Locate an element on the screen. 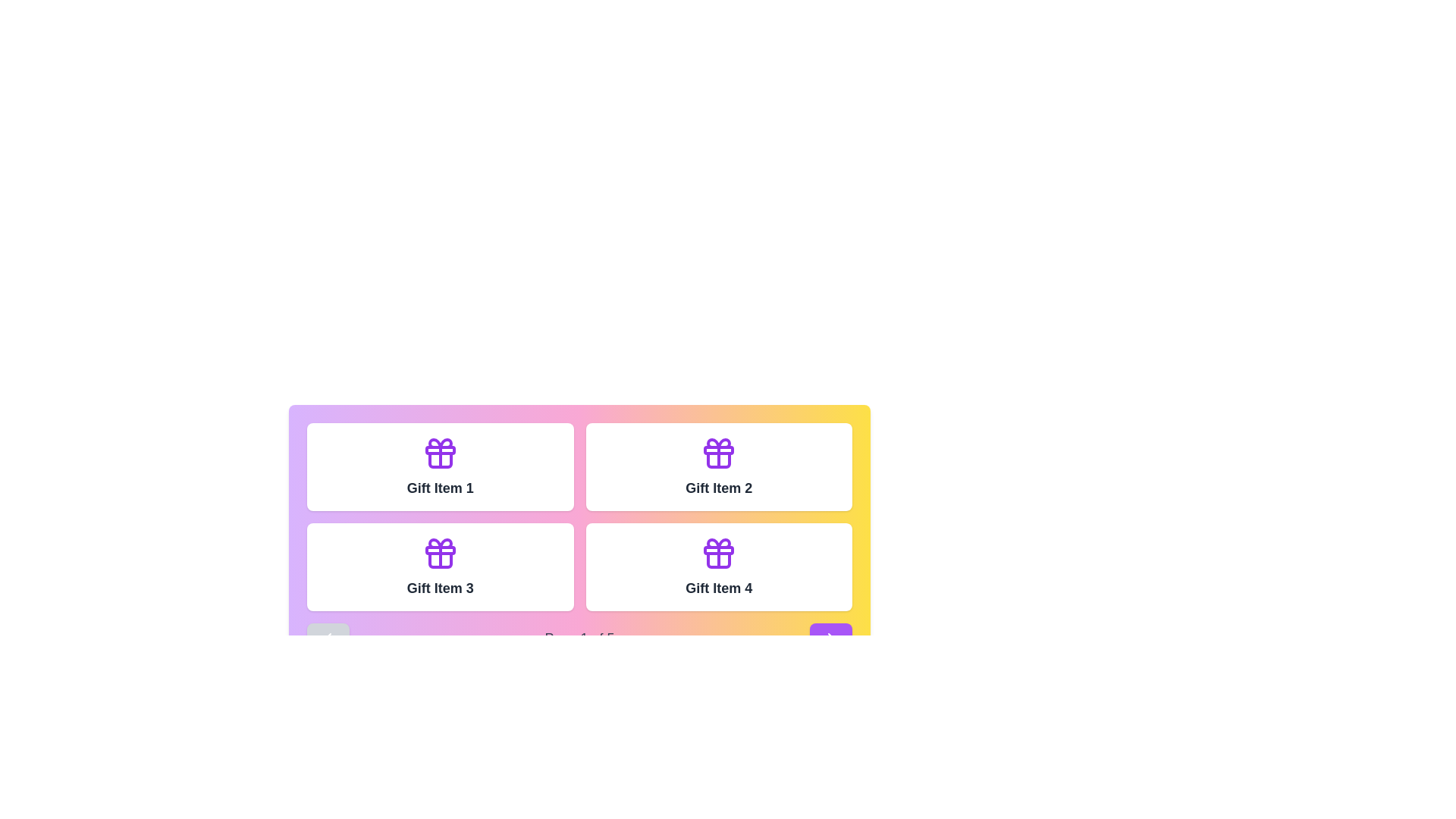  the decorative graphical element, which is a rectangular bar with rounded edges located centrally within the gift box icon above the text label 'Gift Item 1' is located at coordinates (439, 450).